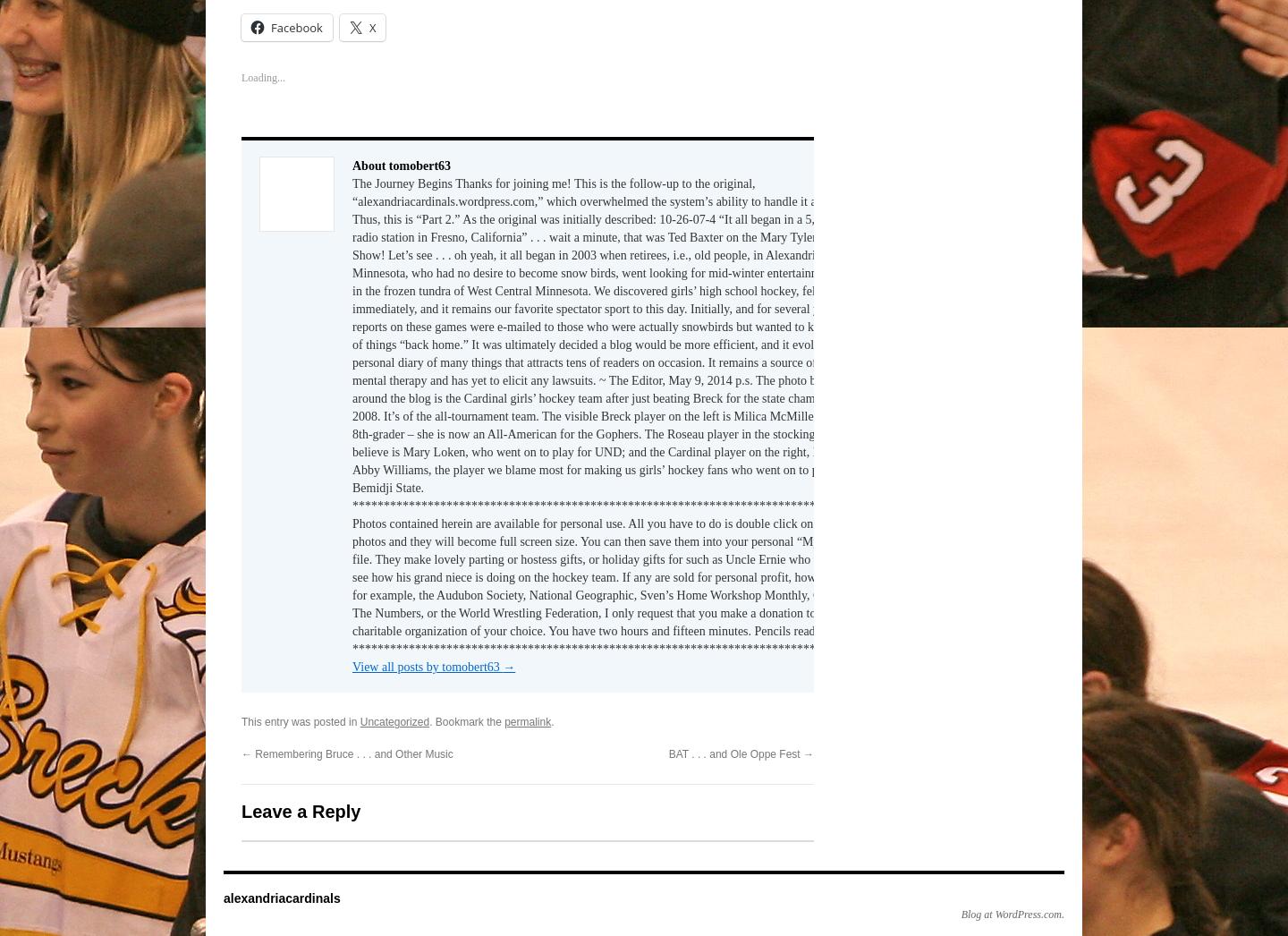  Describe the element at coordinates (735, 748) in the screenshot. I see `'BAT . . . and Ole Oppe Fest'` at that location.